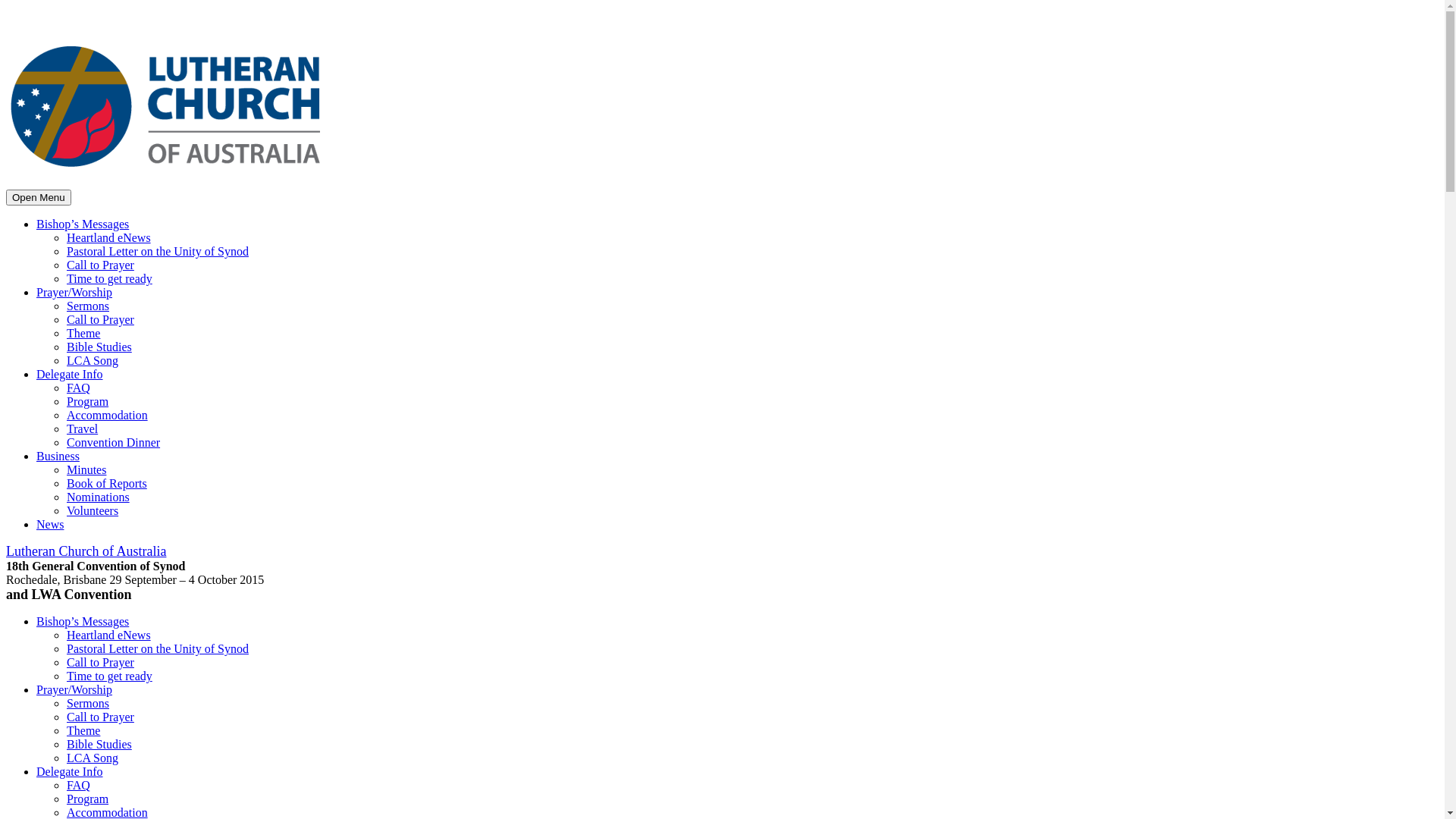  I want to click on 'Call to Prayer', so click(99, 264).